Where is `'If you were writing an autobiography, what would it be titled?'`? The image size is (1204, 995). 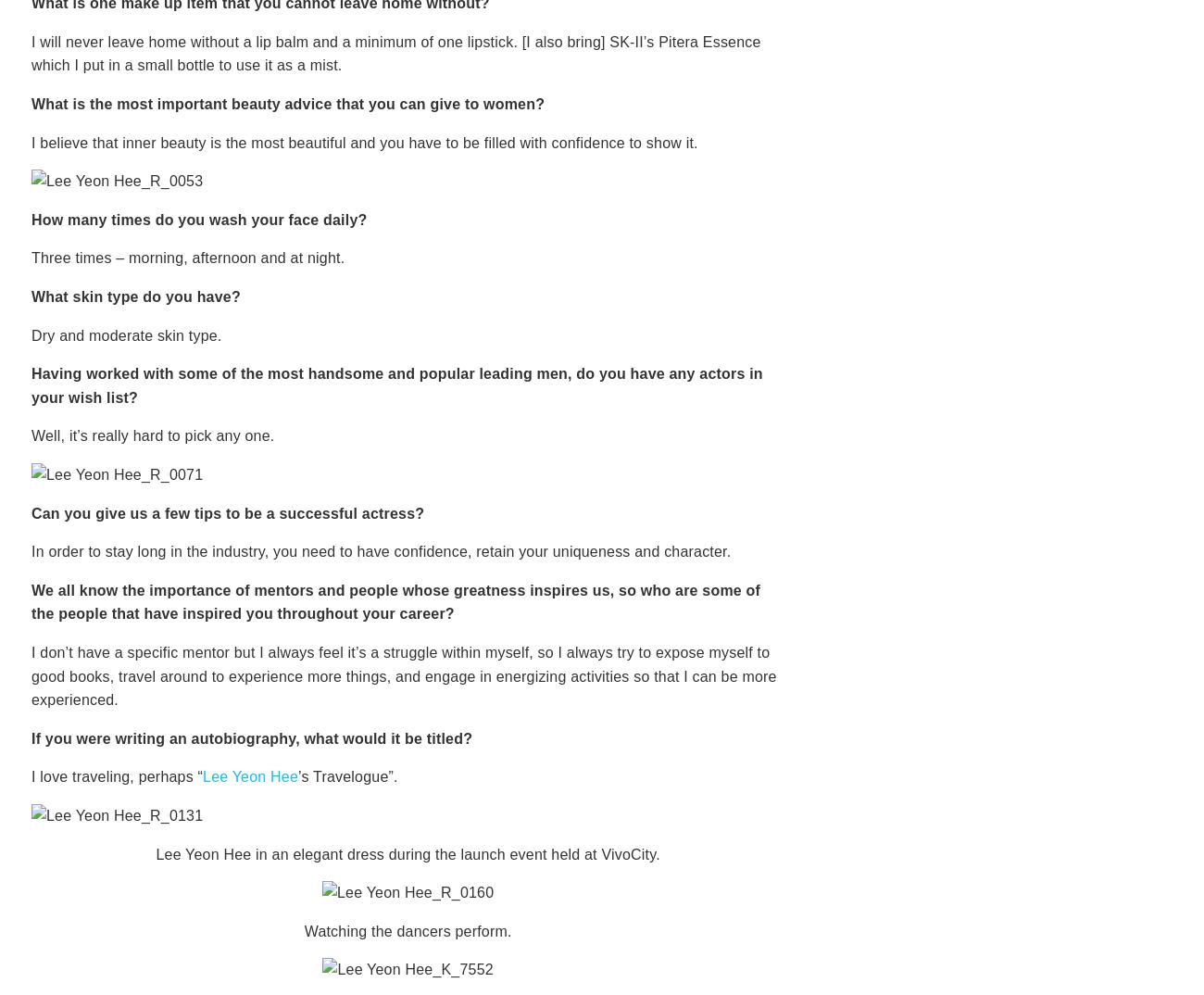
'If you were writing an autobiography, what would it be titled?' is located at coordinates (31, 737).